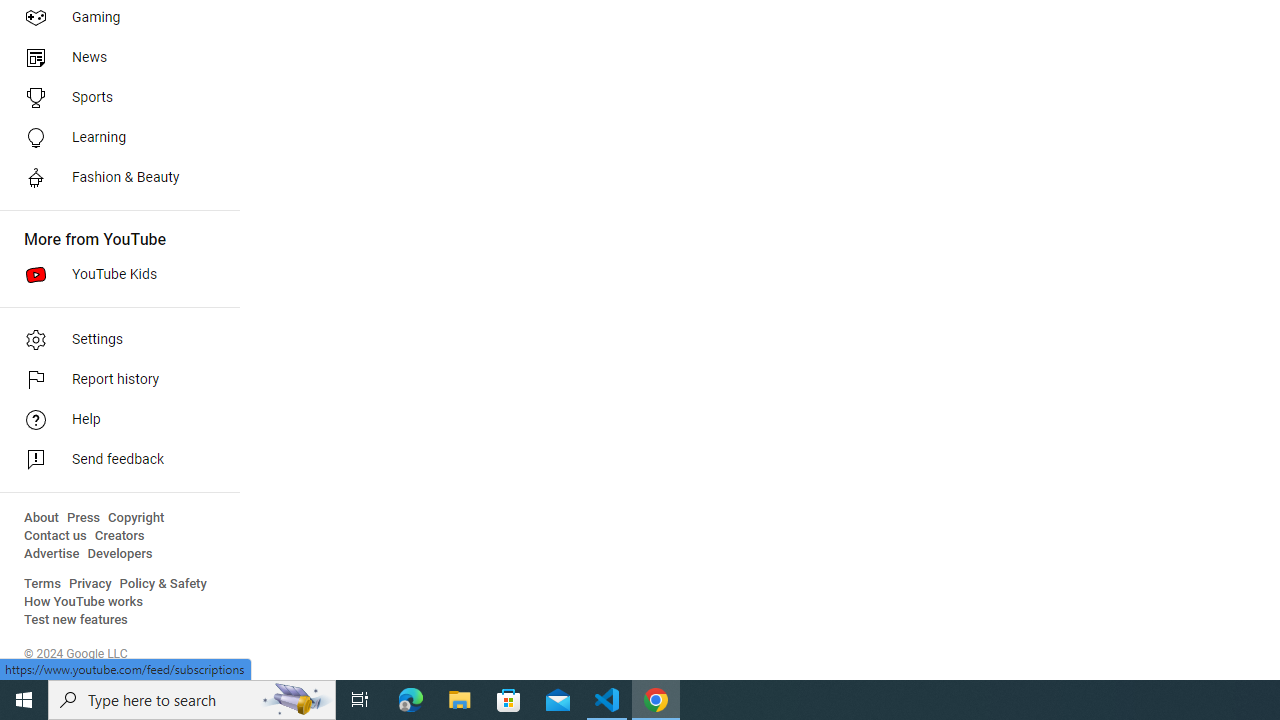  I want to click on 'How YouTube works', so click(82, 601).